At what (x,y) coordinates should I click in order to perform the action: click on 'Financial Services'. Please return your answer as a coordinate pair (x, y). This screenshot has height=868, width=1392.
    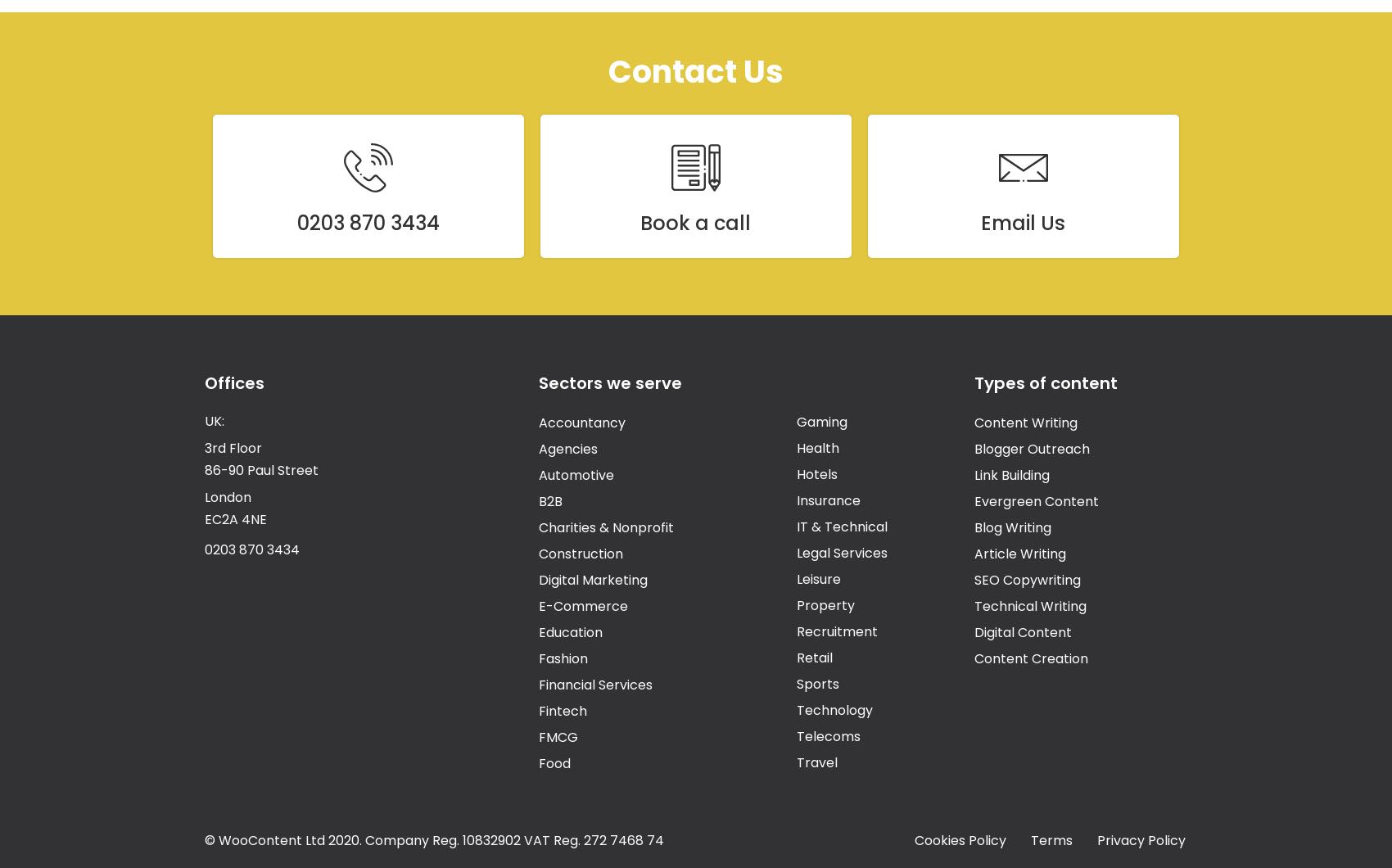
    Looking at the image, I should click on (538, 684).